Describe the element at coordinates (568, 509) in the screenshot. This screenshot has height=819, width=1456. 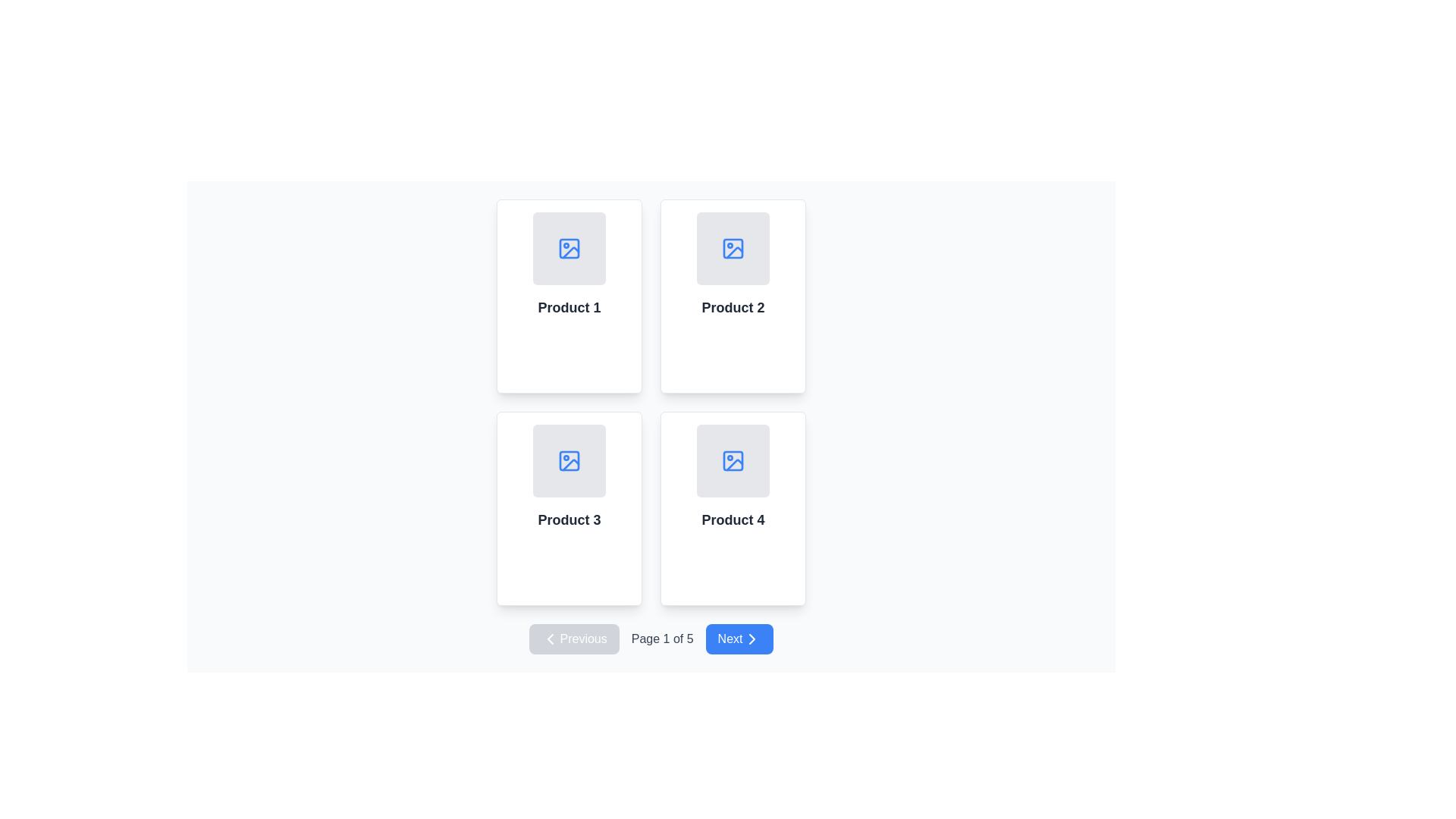
I see `on the 'Product 3' card element, which is a rectangular card with a white background and a bold title below a gray placeholder image area, located in the second row, first column of a grid layout` at that location.